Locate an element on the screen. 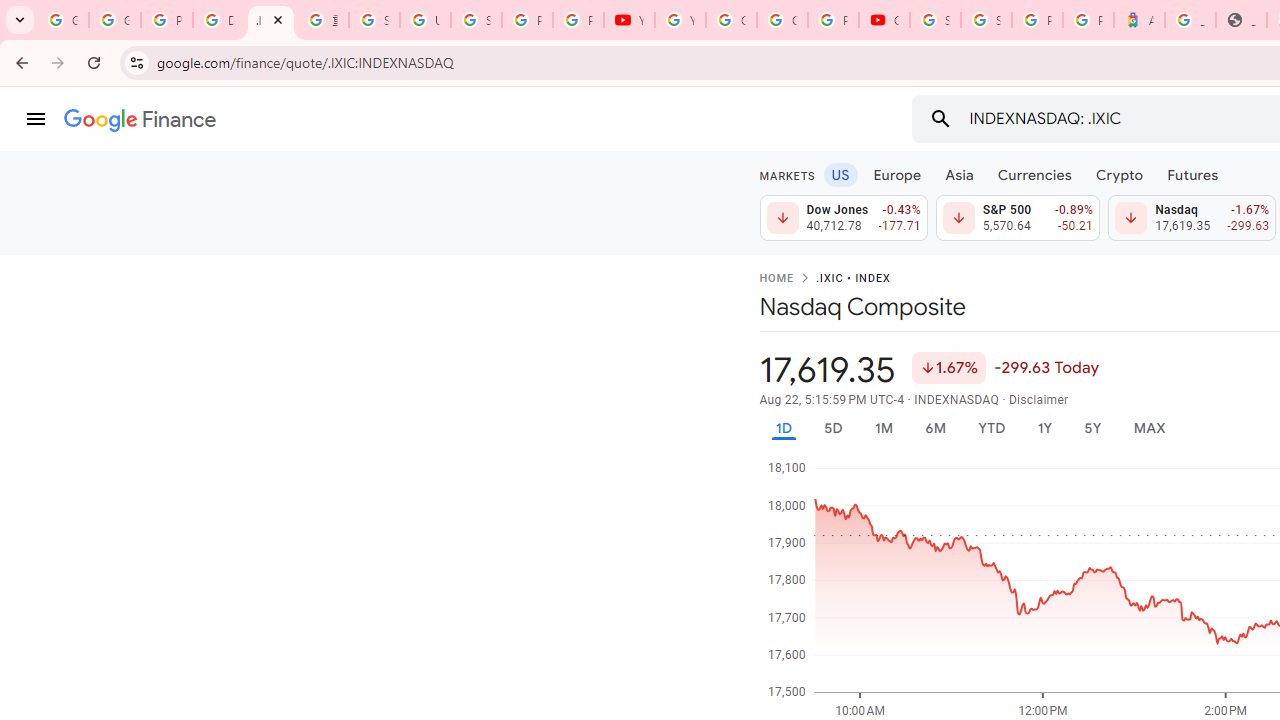  'Create your Google Account' is located at coordinates (781, 20).